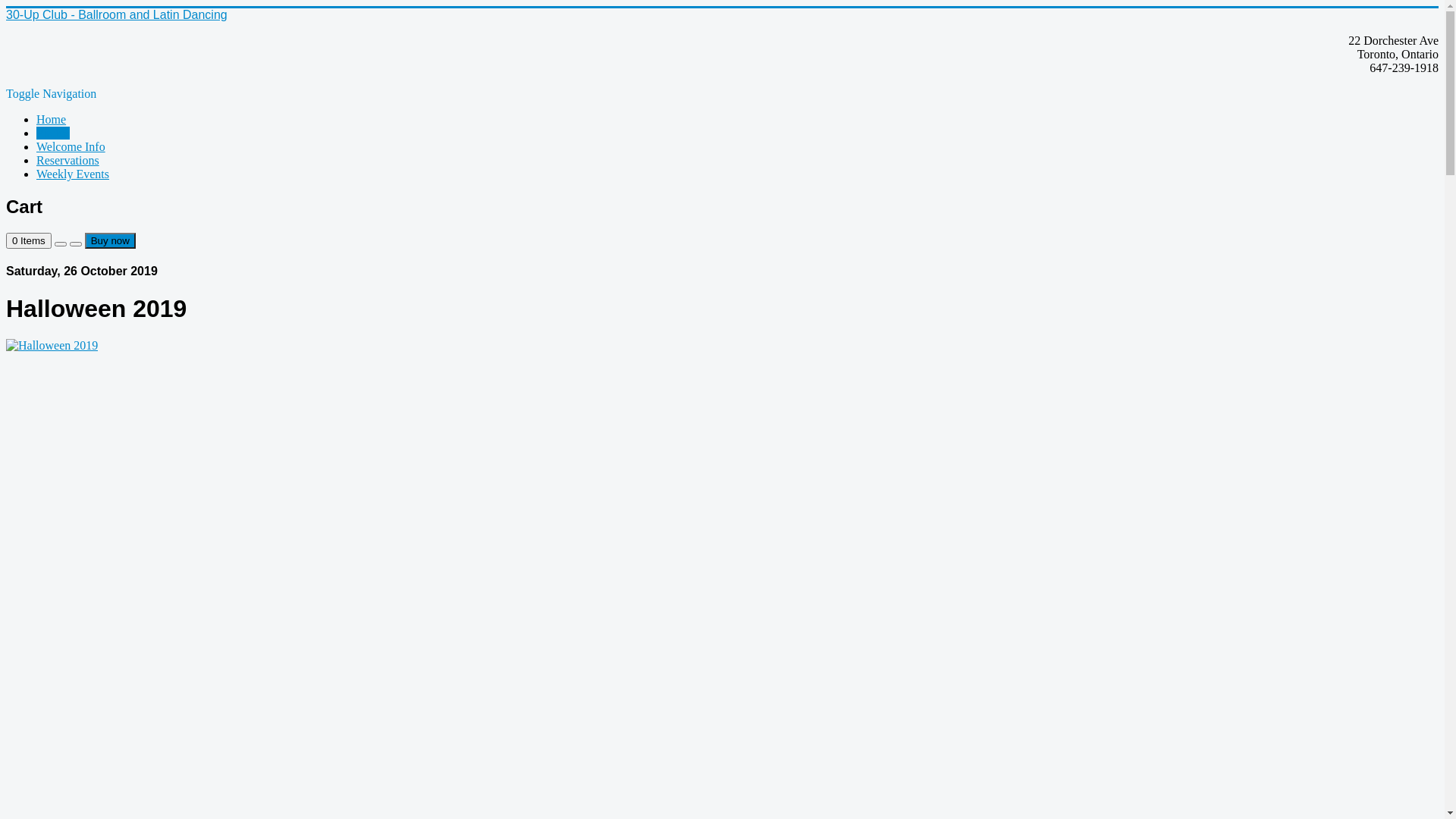 This screenshot has height=819, width=1456. I want to click on 'Toggle Navigation', so click(51, 93).